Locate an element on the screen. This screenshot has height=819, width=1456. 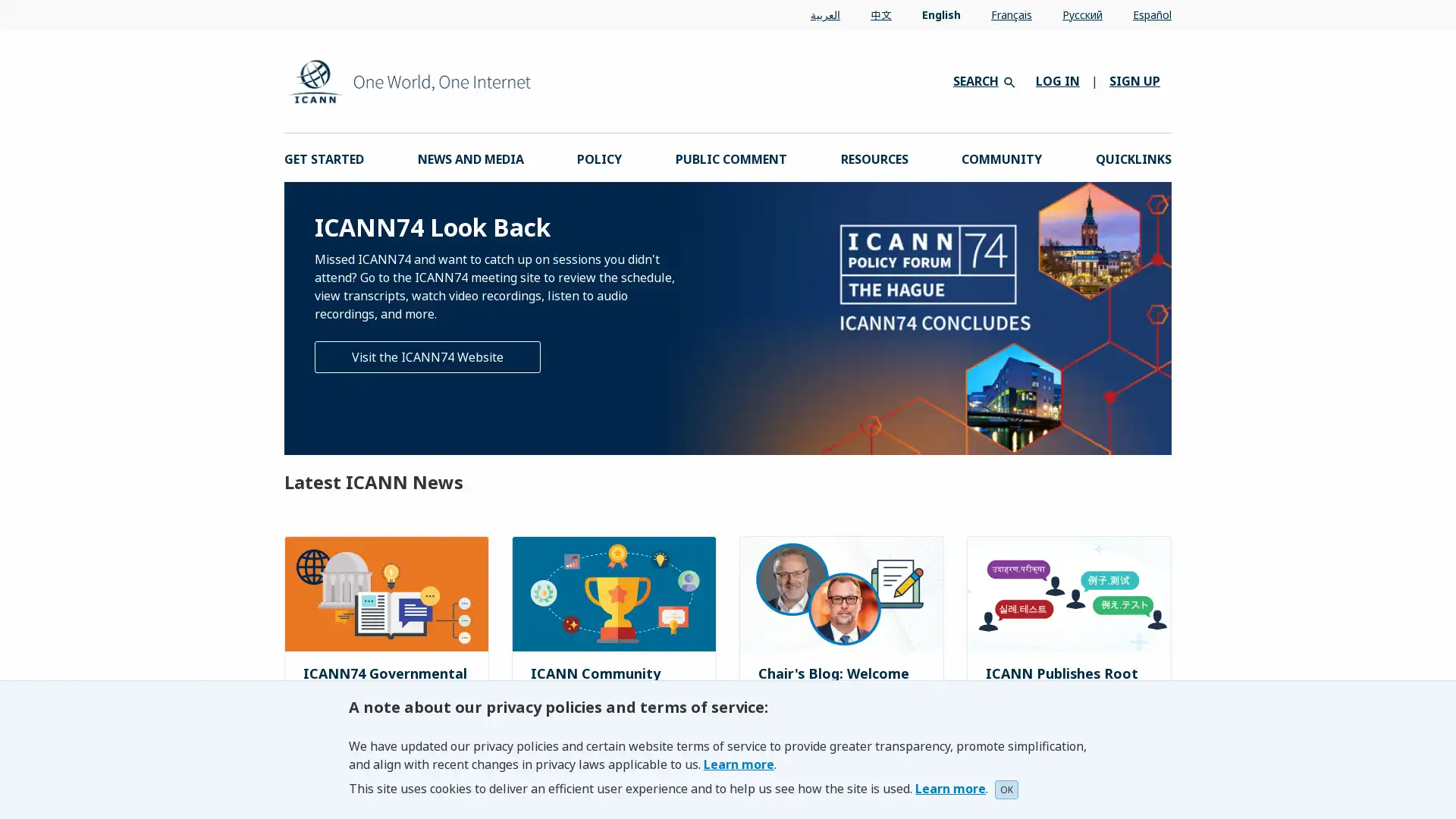
COMMUNITY is located at coordinates (1001, 158).